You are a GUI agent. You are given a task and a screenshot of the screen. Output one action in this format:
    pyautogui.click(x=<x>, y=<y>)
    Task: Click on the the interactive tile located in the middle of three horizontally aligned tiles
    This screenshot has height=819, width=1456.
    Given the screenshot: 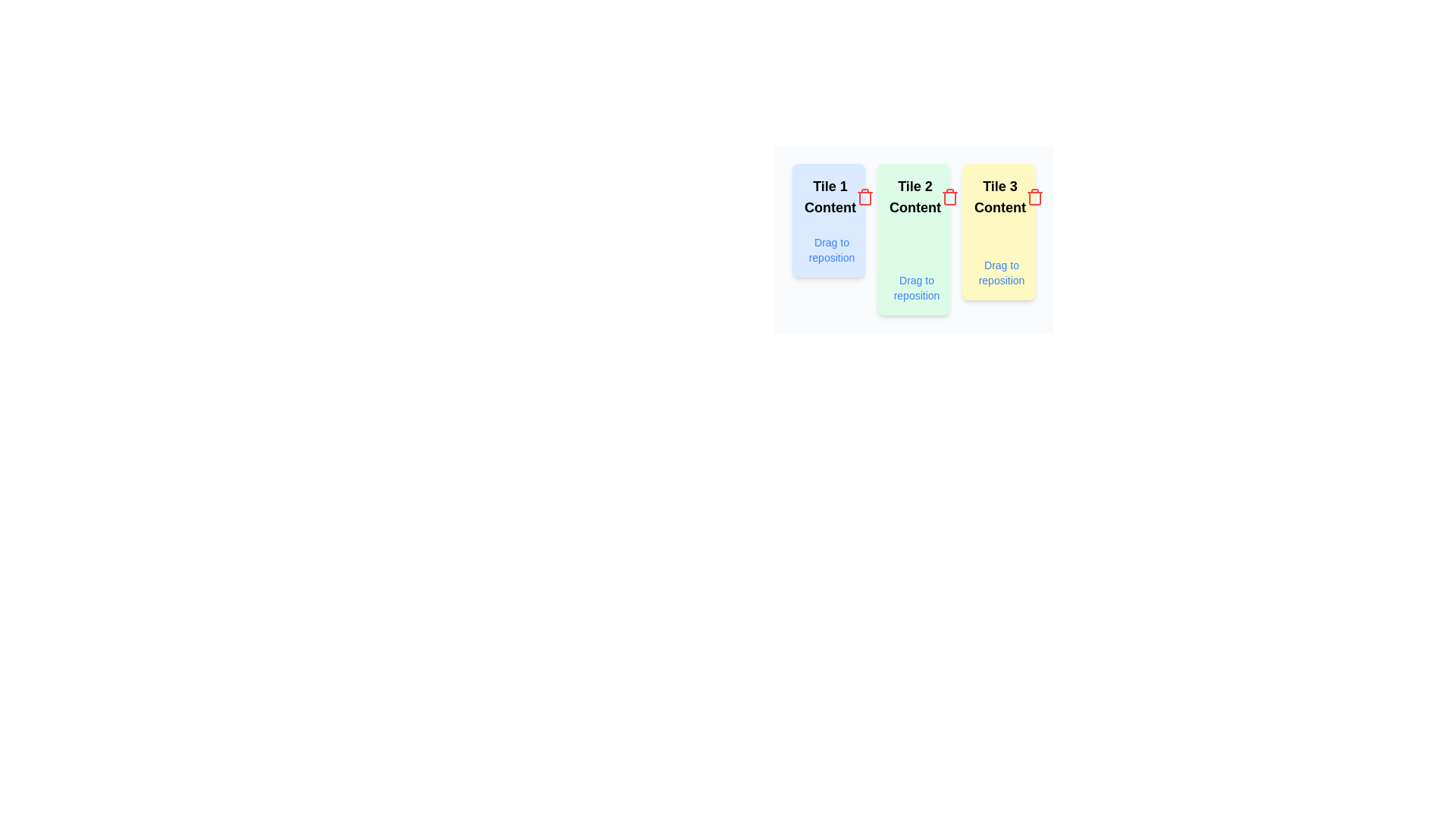 What is the action you would take?
    pyautogui.click(x=912, y=239)
    